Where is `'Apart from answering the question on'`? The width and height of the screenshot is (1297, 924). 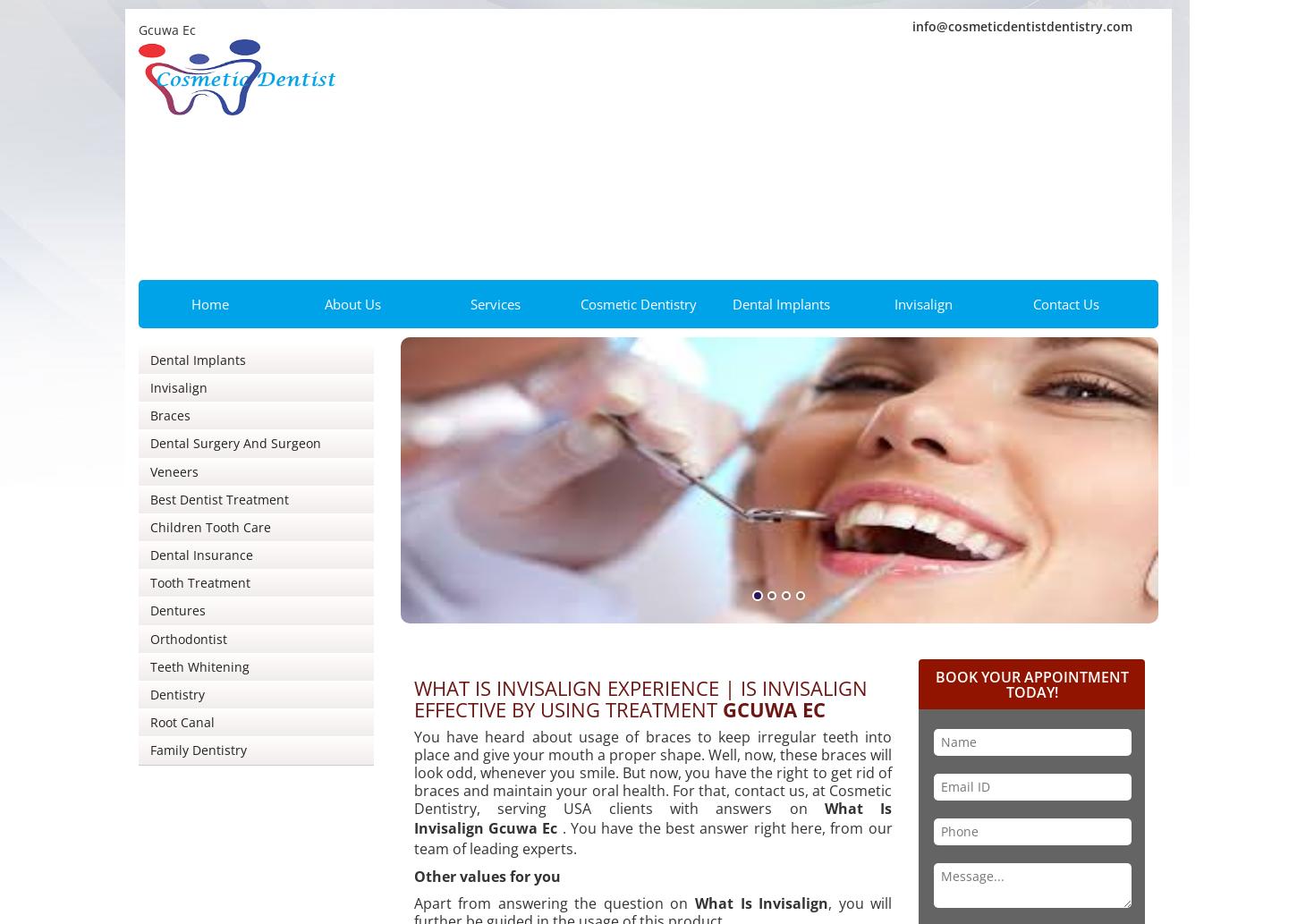
'Apart from answering the question on' is located at coordinates (553, 902).